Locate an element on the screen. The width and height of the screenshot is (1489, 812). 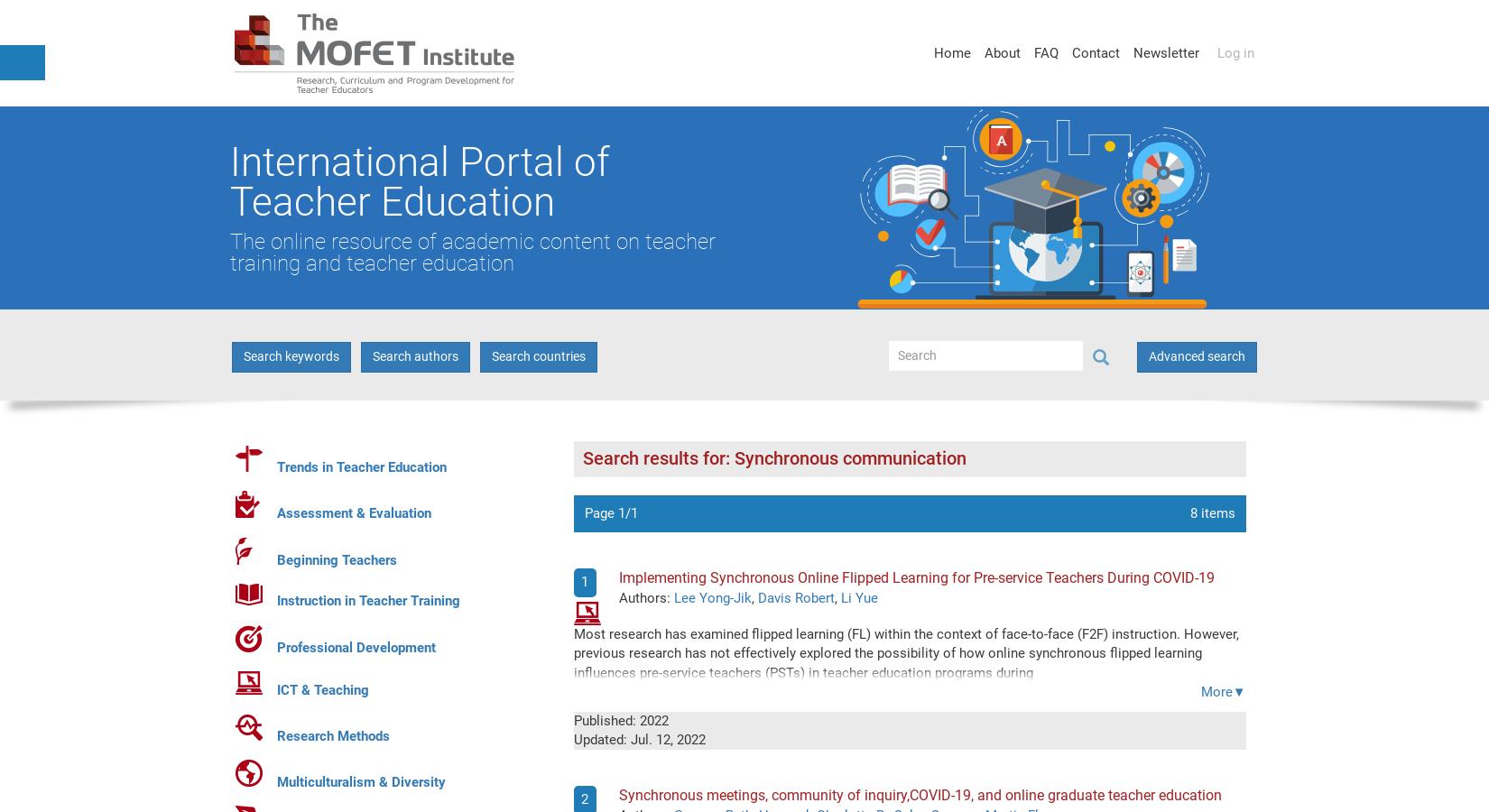
'Li Yue' is located at coordinates (858, 598).